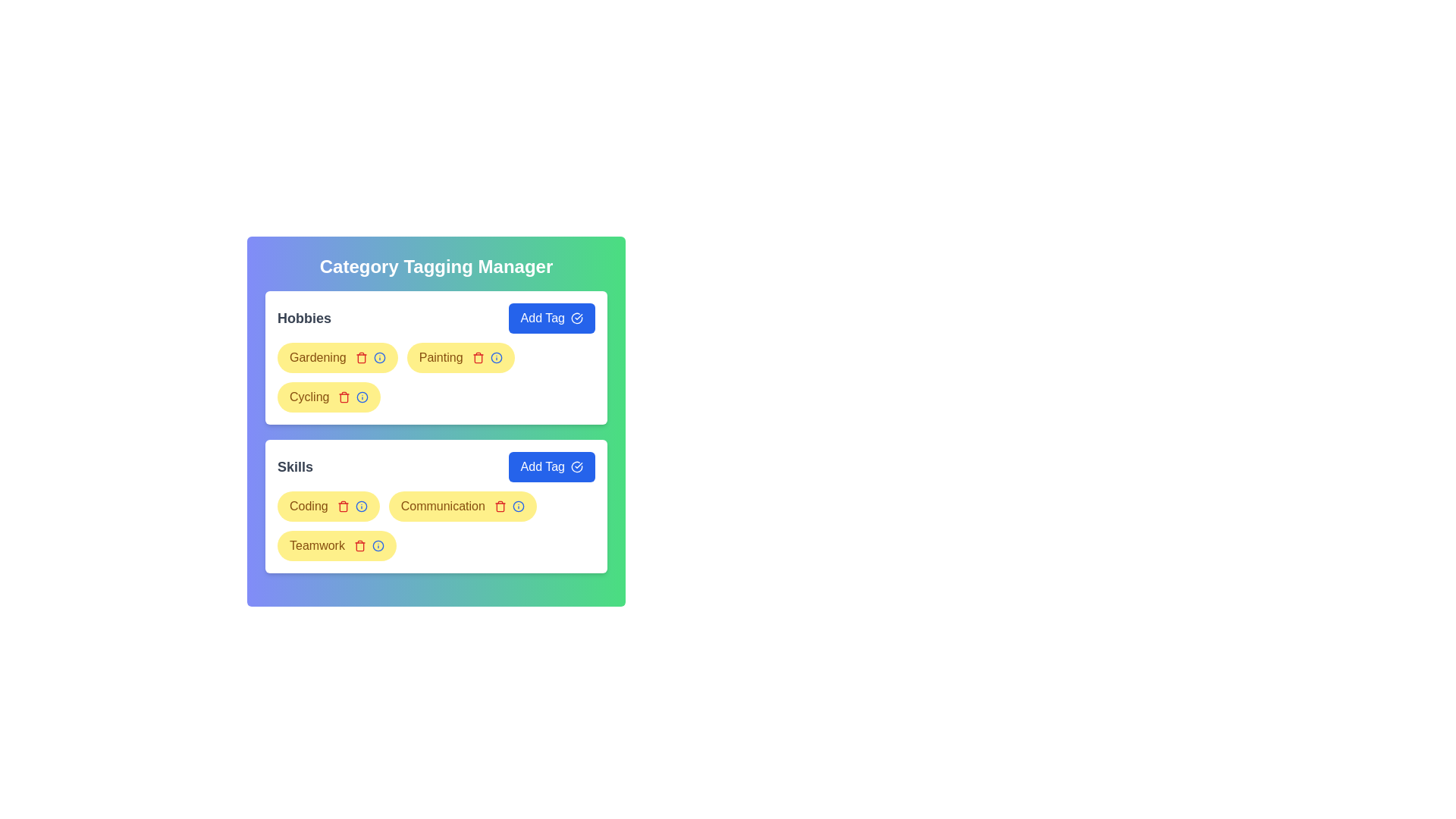  I want to click on the Tooltip icon located in the third row of the 'Hobbies' category in the 'Category Tagging Manager' interface, so click(362, 397).